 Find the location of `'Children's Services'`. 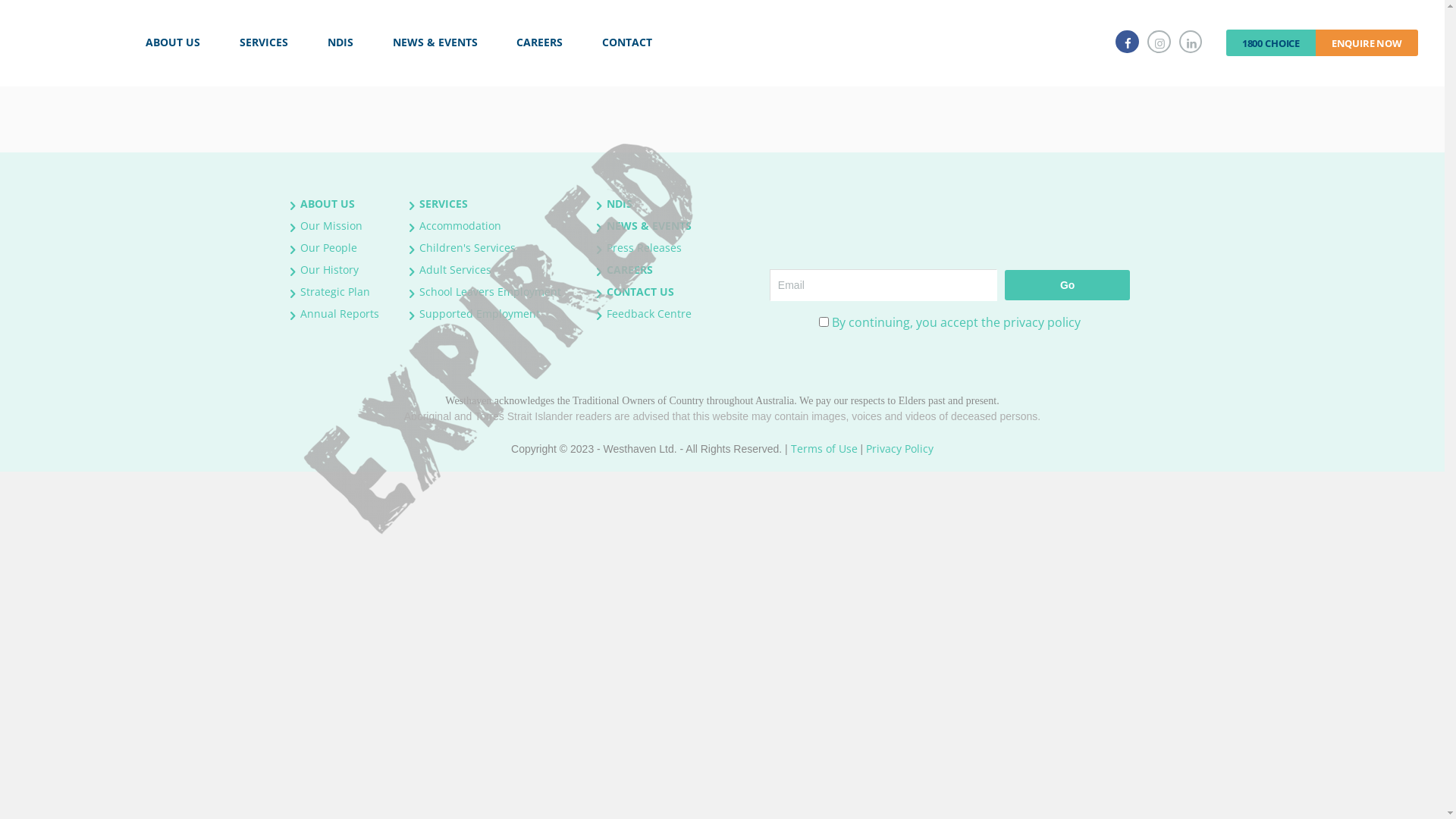

'Children's Services' is located at coordinates (466, 246).